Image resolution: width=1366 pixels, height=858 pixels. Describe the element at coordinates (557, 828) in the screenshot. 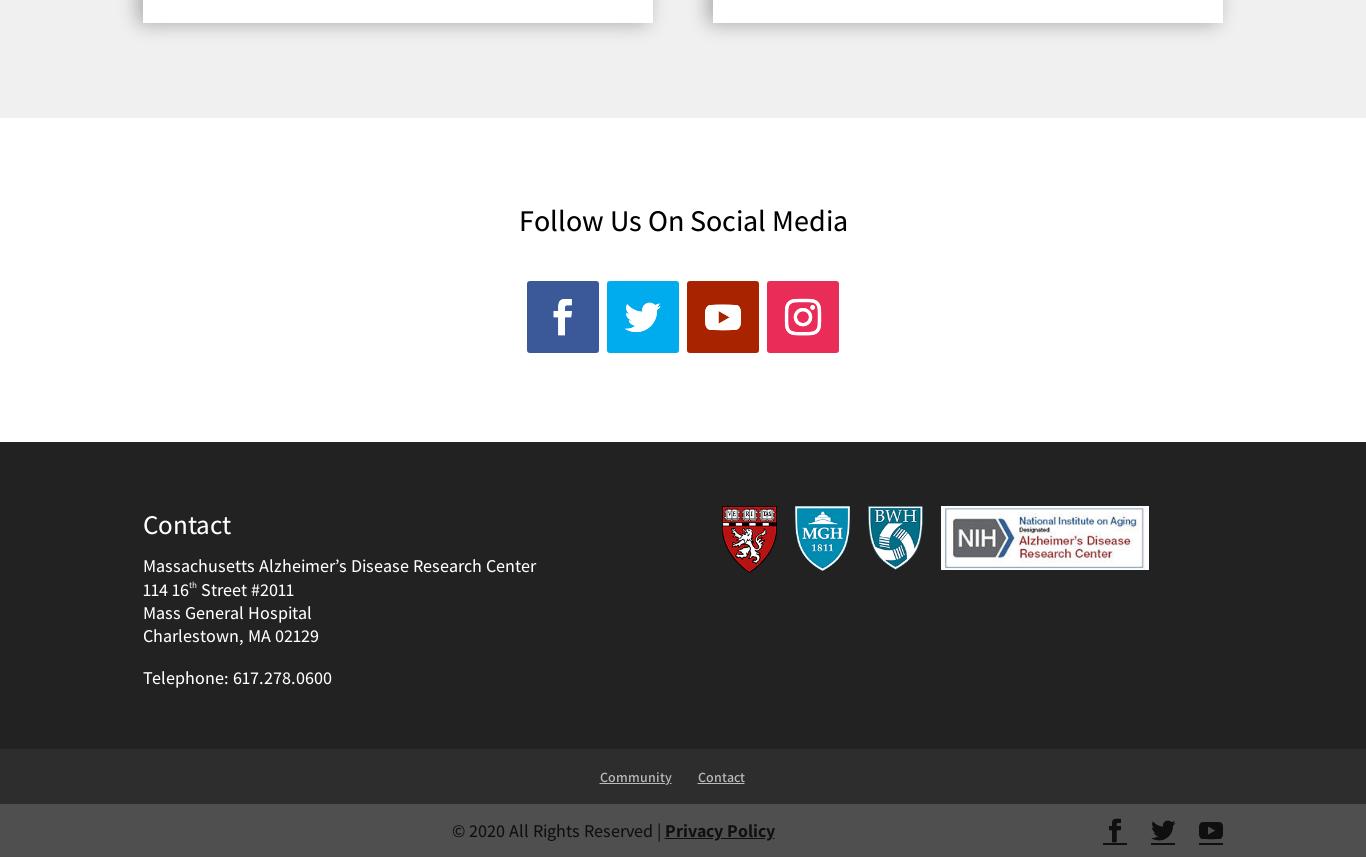

I see `'© 2020  All Rights Reserved |'` at that location.